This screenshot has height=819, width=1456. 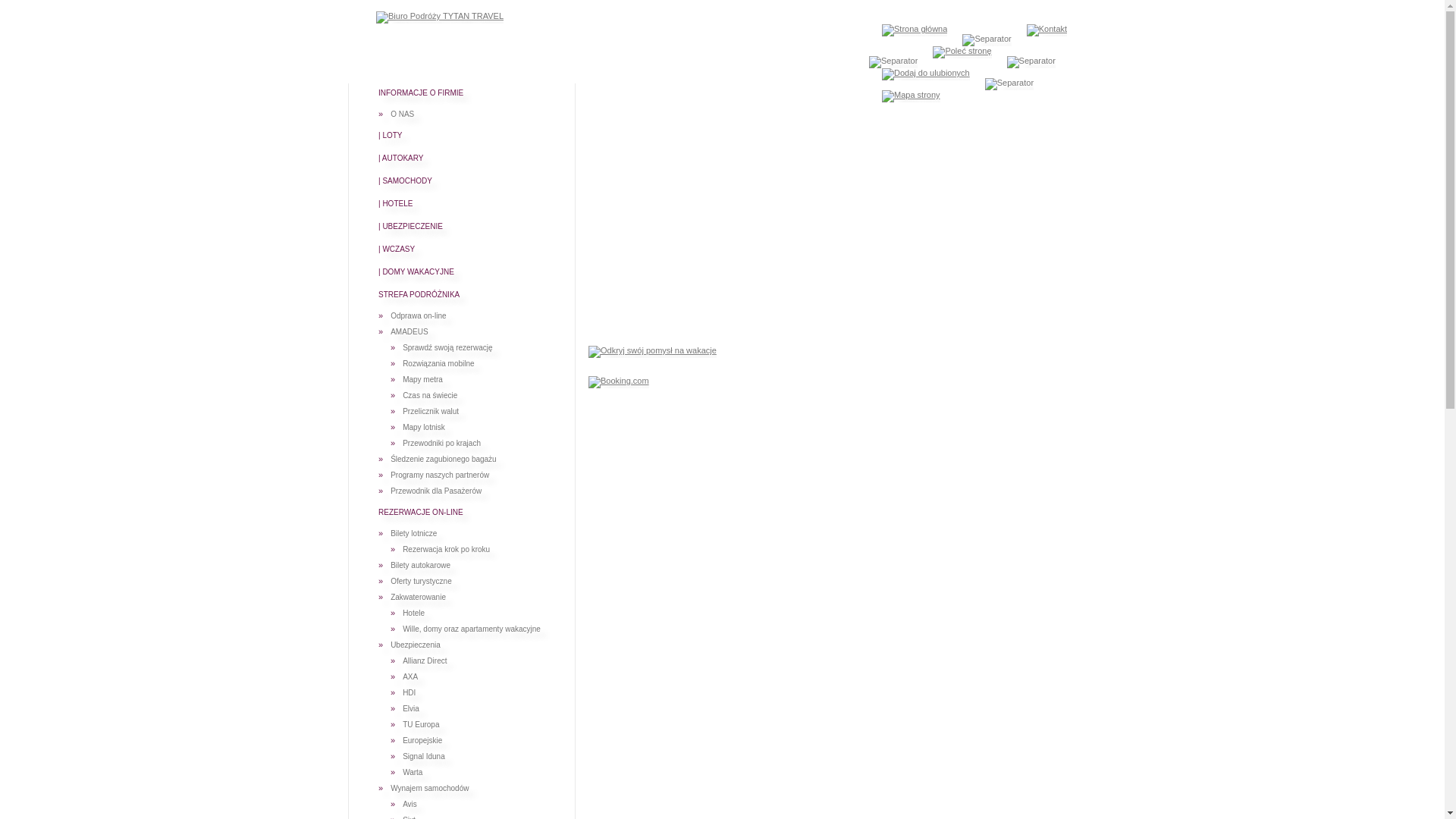 What do you see at coordinates (378, 226) in the screenshot?
I see `'| UBEZPIECZENIE'` at bounding box center [378, 226].